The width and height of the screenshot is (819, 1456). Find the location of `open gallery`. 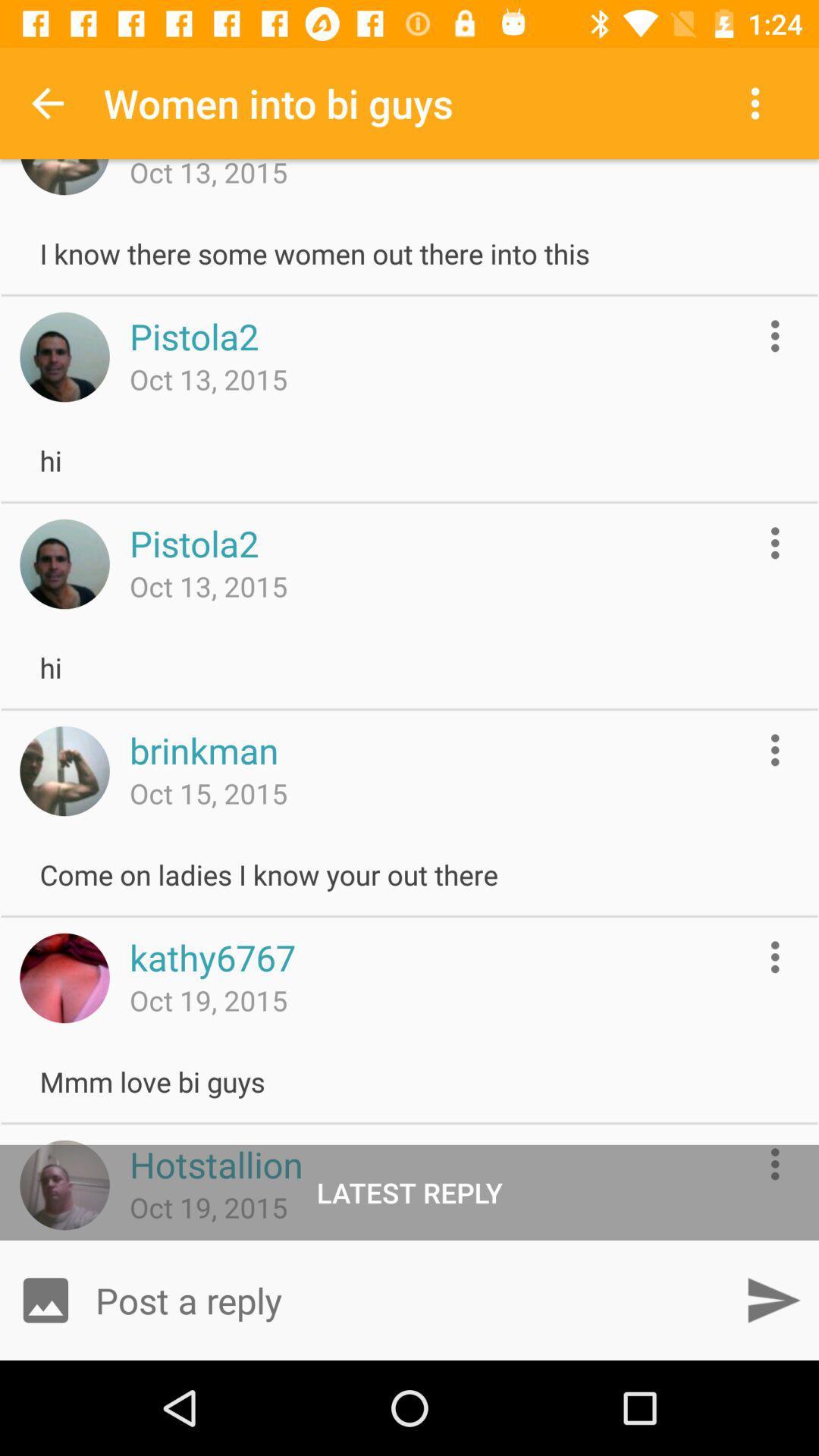

open gallery is located at coordinates (45, 1299).